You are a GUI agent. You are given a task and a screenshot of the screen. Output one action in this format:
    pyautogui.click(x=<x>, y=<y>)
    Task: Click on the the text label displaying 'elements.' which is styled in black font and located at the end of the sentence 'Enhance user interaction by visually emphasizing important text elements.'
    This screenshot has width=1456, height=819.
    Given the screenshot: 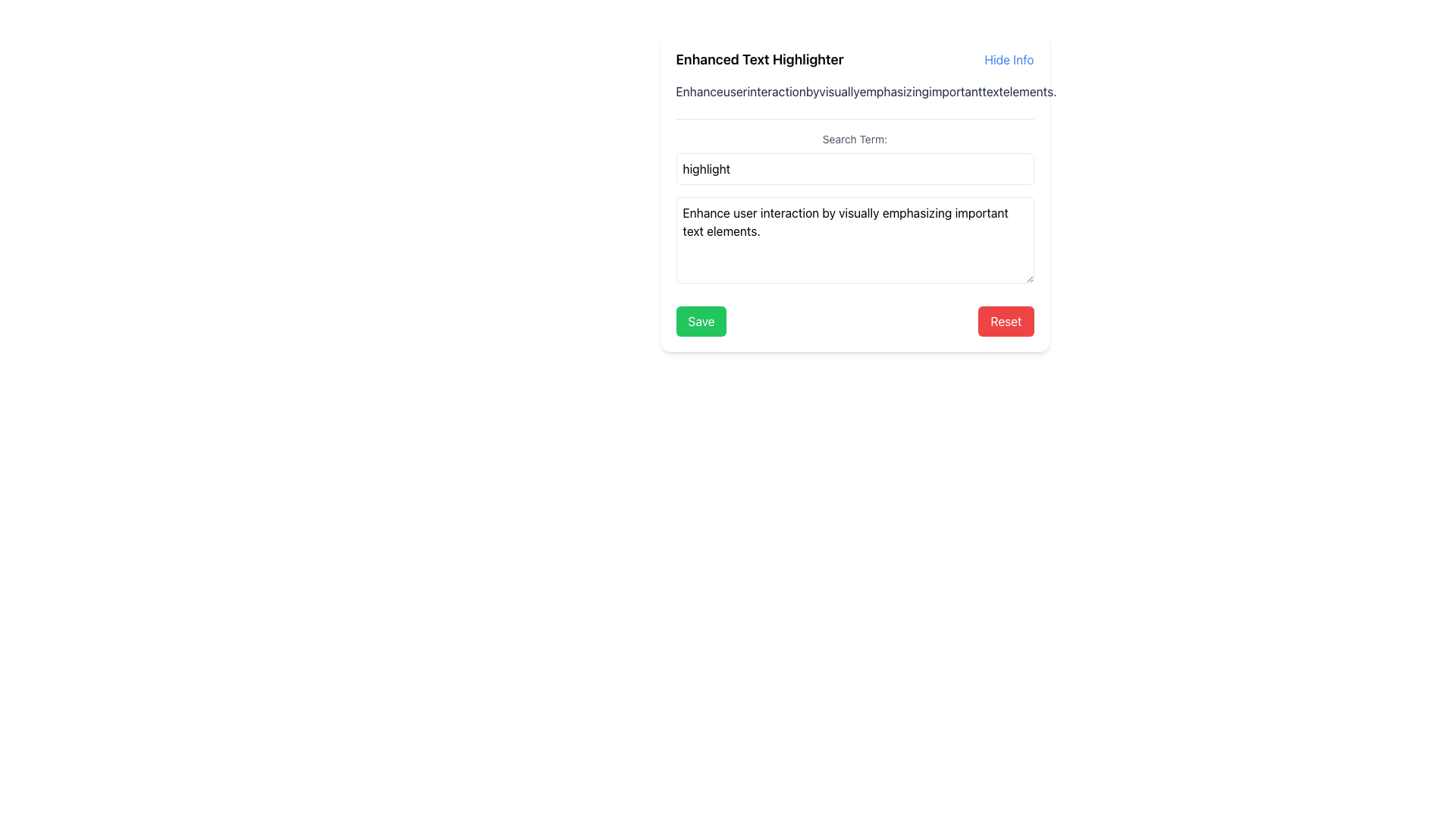 What is the action you would take?
    pyautogui.click(x=1030, y=91)
    